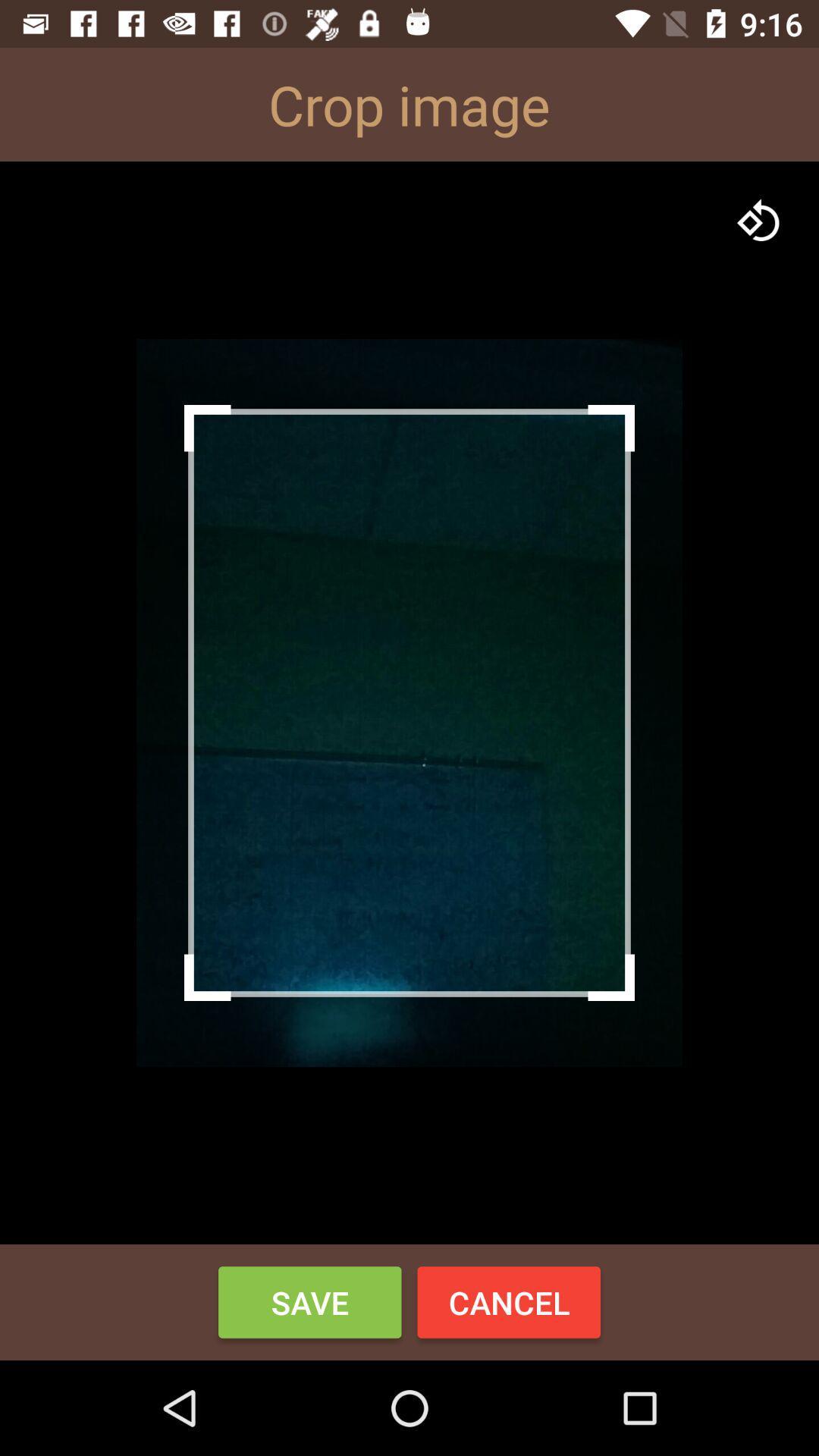  What do you see at coordinates (509, 1301) in the screenshot?
I see `button next to save button` at bounding box center [509, 1301].